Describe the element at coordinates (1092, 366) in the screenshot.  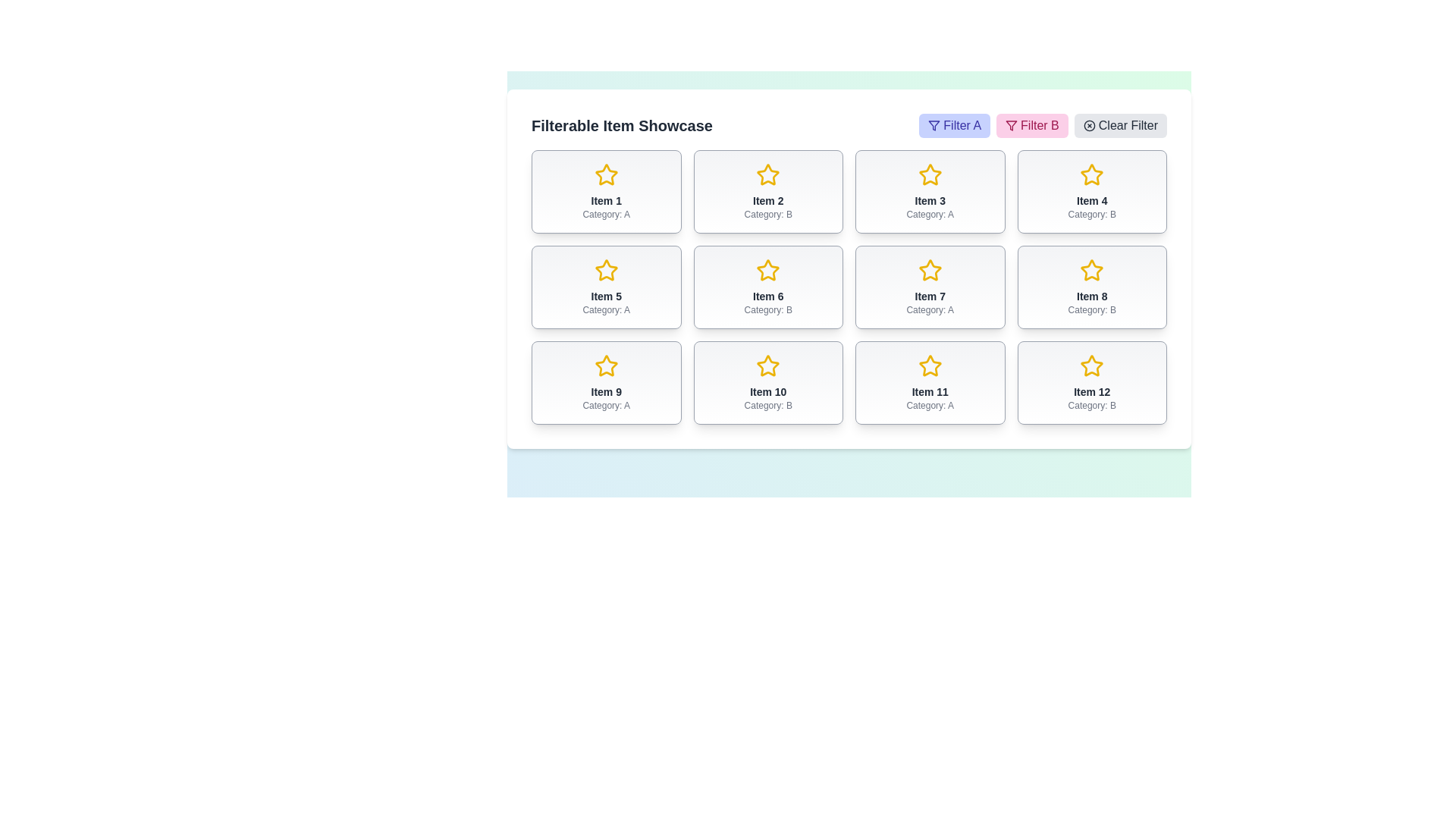
I see `the star icon representing the rating or status for 'Item 12, Category B', located at the top-central area of the card` at that location.